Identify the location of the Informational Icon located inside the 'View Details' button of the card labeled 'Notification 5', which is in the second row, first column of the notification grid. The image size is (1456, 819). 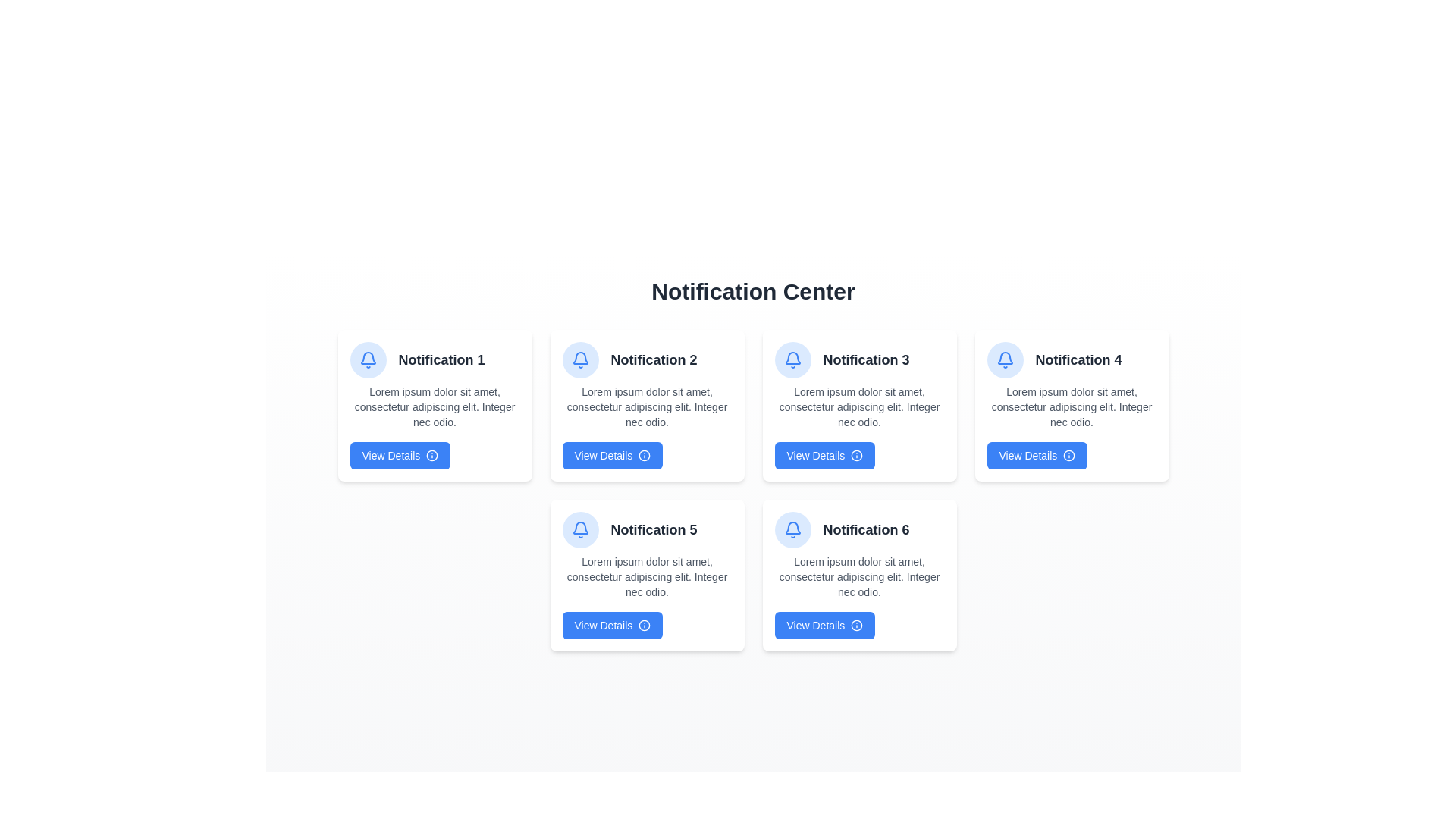
(645, 626).